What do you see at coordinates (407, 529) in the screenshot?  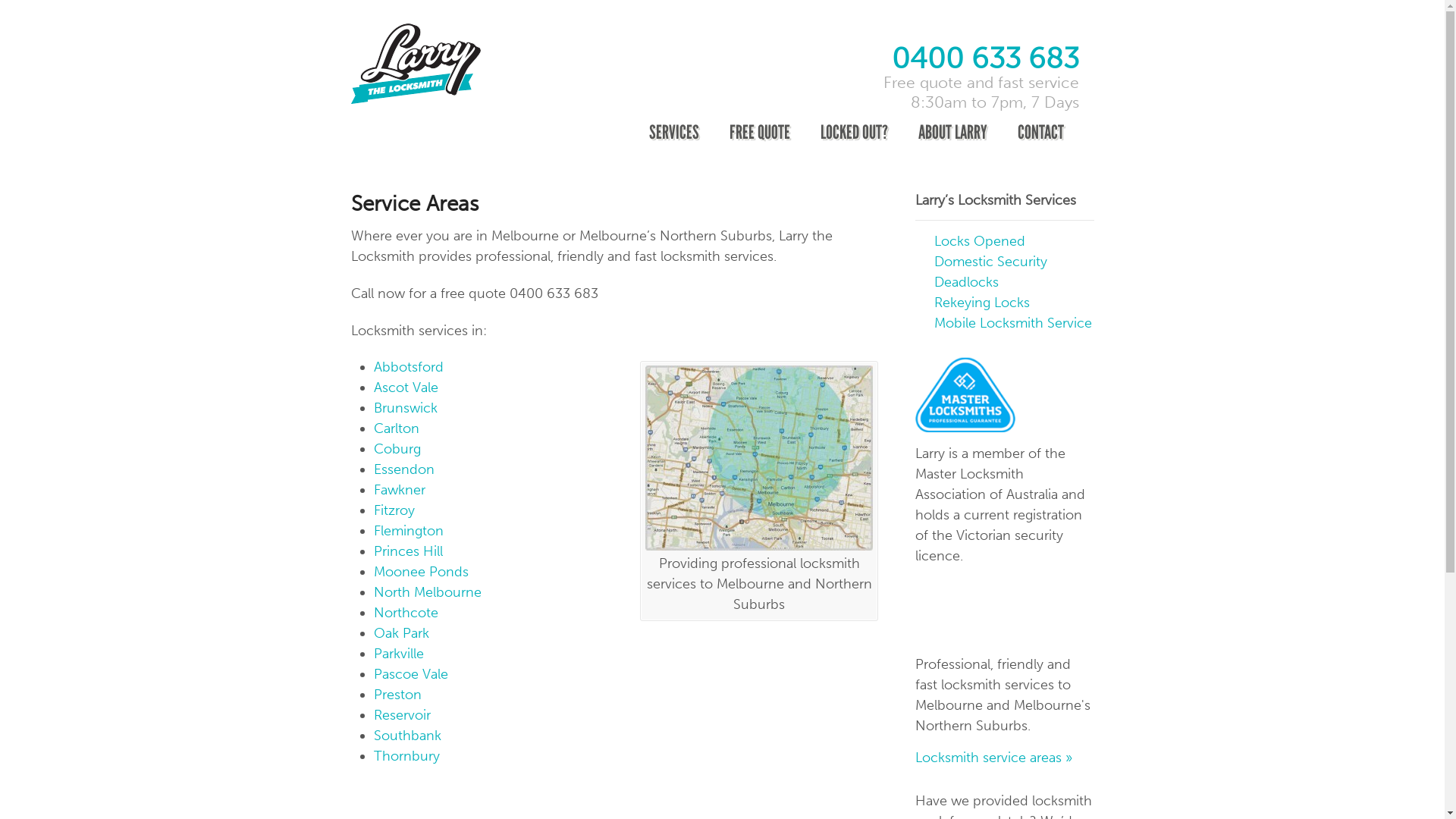 I see `'Flemington'` at bounding box center [407, 529].